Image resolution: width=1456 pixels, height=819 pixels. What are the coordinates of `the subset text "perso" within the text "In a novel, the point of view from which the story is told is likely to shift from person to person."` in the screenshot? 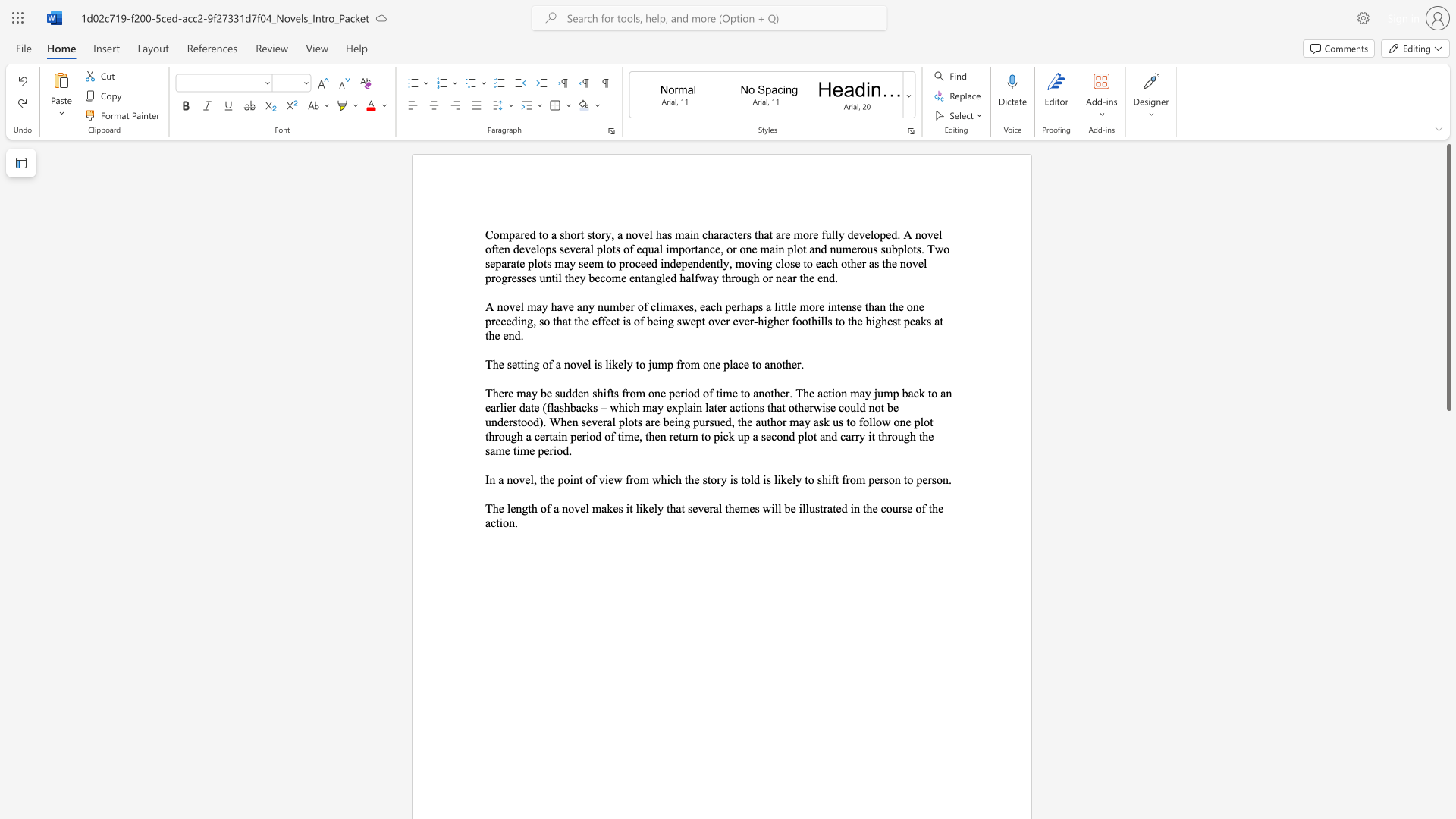 It's located at (868, 479).